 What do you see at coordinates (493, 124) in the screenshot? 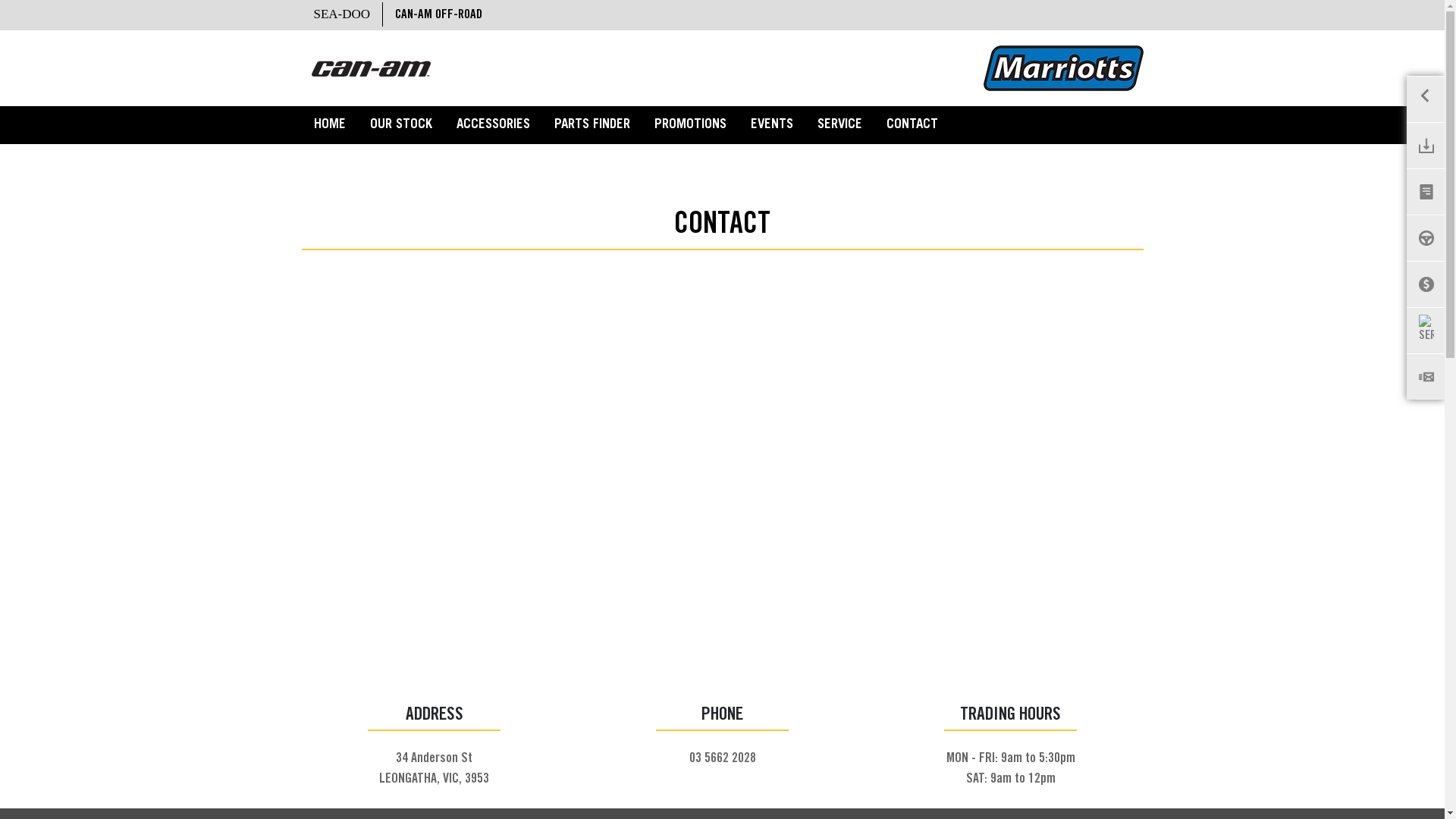
I see `'ACCESSORIES'` at bounding box center [493, 124].